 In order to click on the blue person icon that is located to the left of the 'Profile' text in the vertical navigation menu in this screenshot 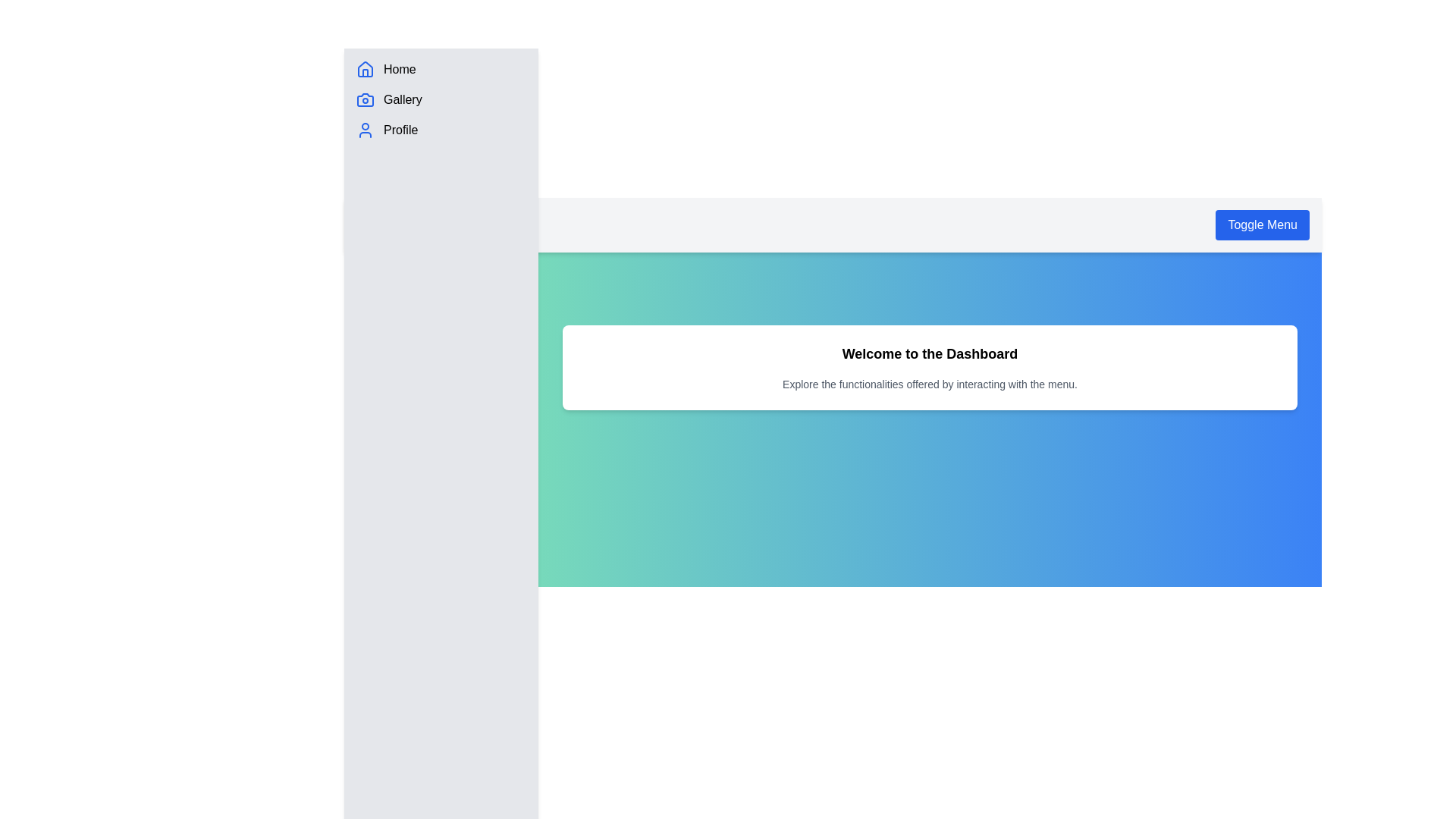, I will do `click(365, 130)`.